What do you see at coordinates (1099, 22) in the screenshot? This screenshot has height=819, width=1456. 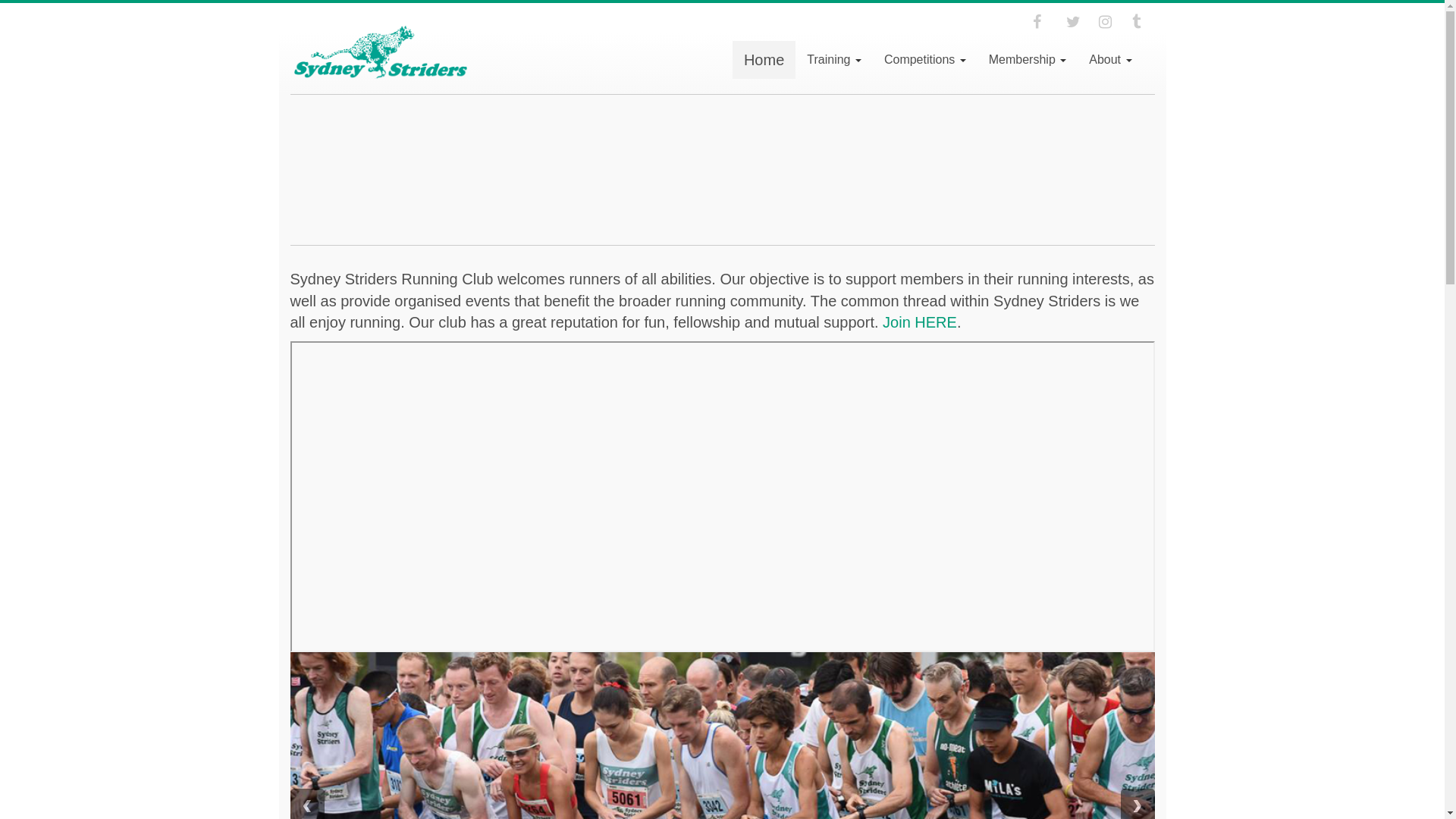 I see `'Sydney Striders Instagram'` at bounding box center [1099, 22].